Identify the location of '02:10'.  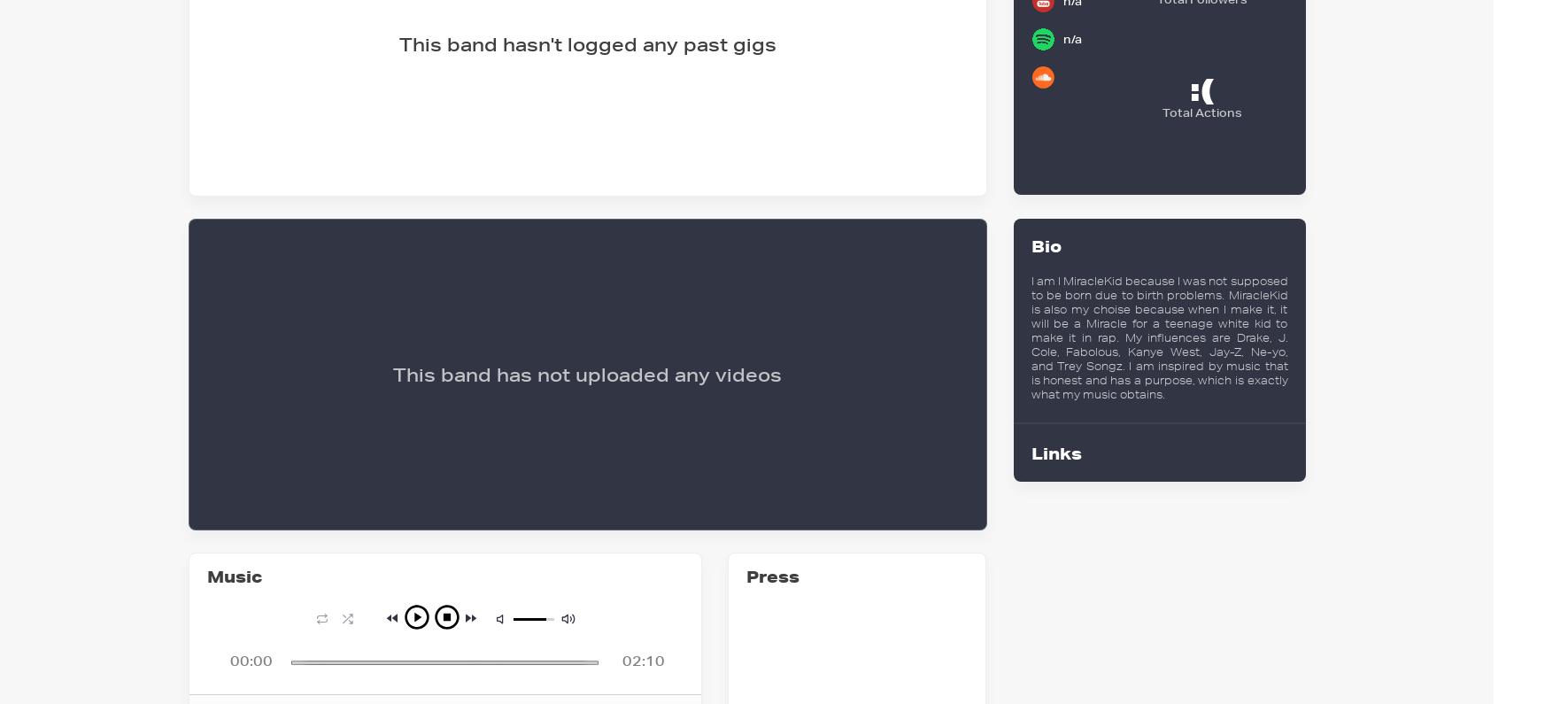
(643, 659).